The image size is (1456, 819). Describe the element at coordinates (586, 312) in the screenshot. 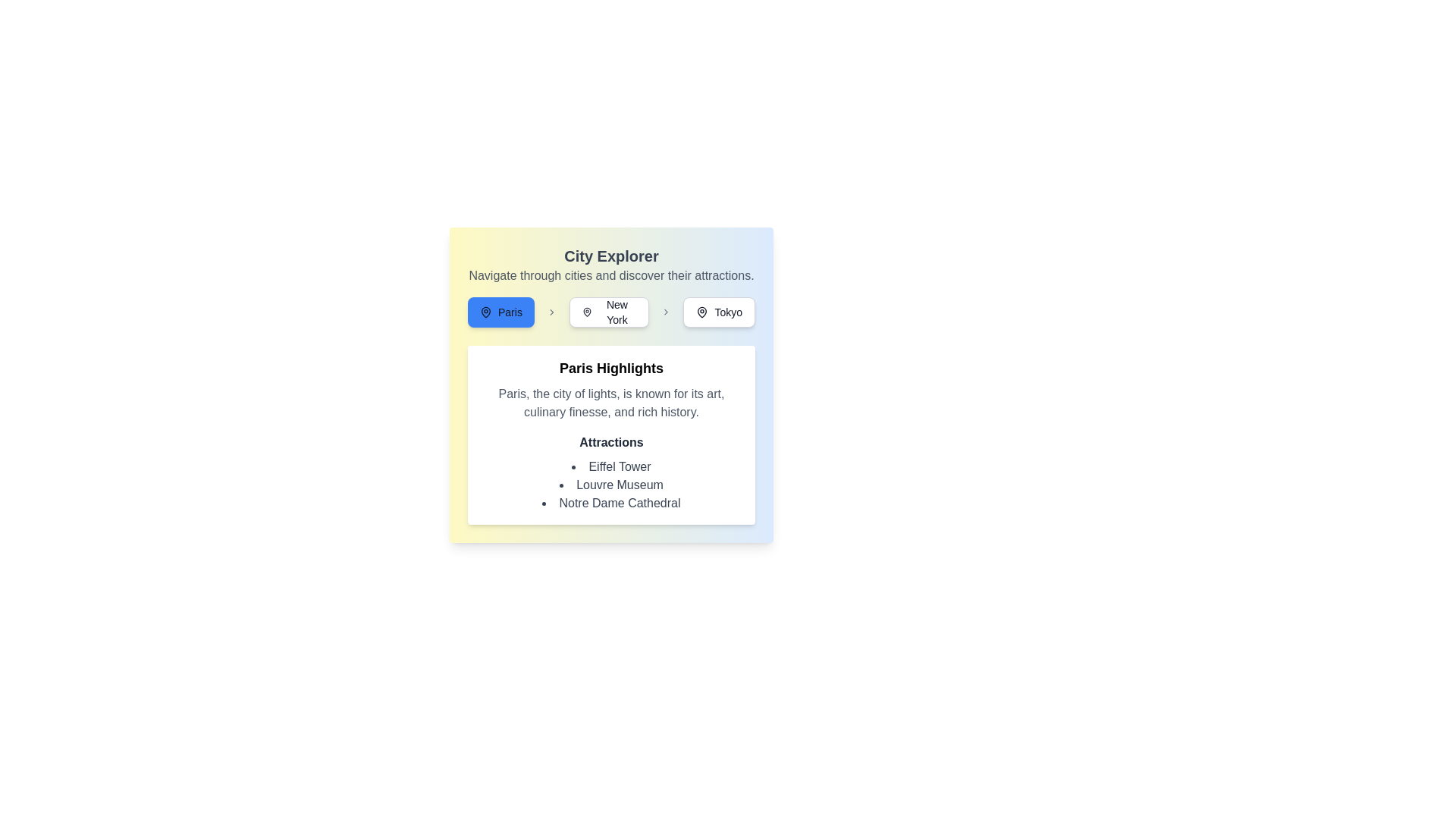

I see `the decorative location icon within the 'Paris' button located at the top left section of the navigation interface` at that location.